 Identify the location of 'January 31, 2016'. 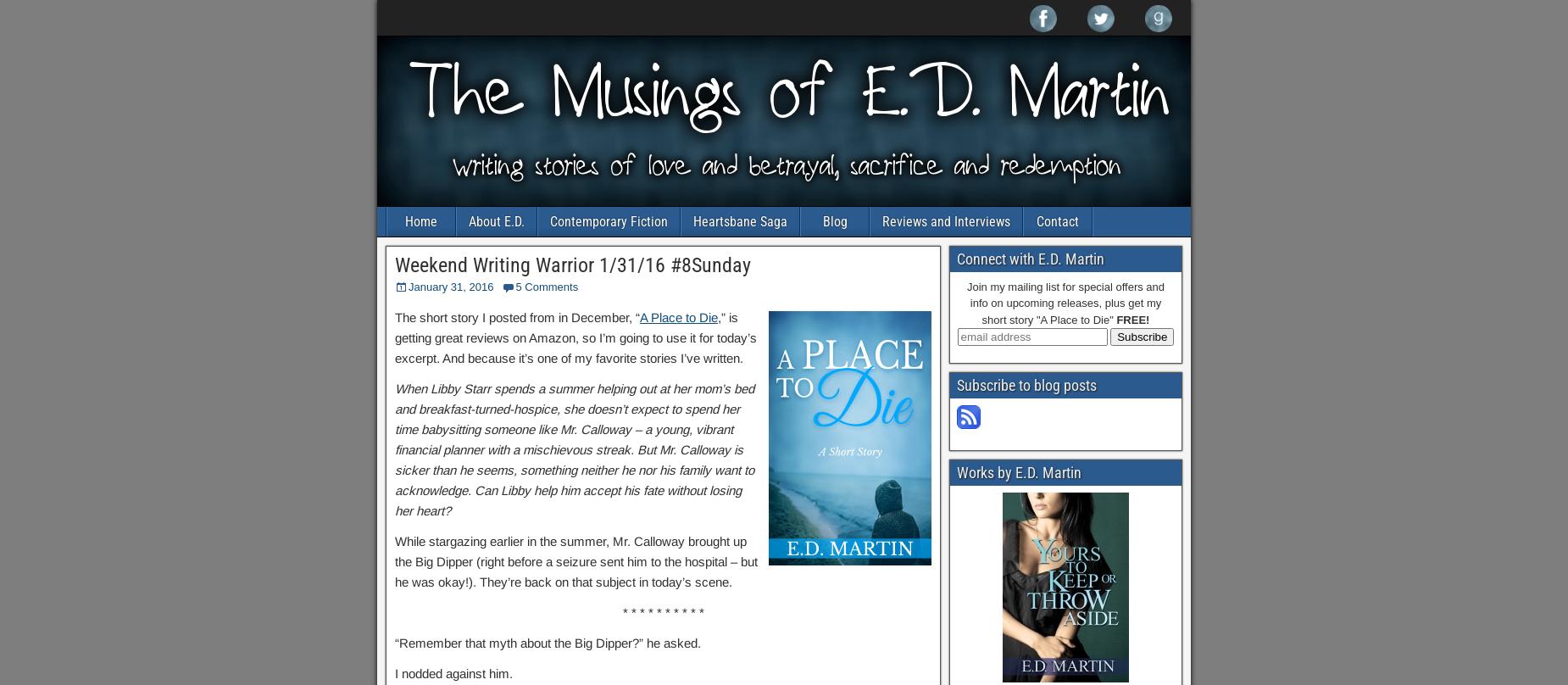
(451, 286).